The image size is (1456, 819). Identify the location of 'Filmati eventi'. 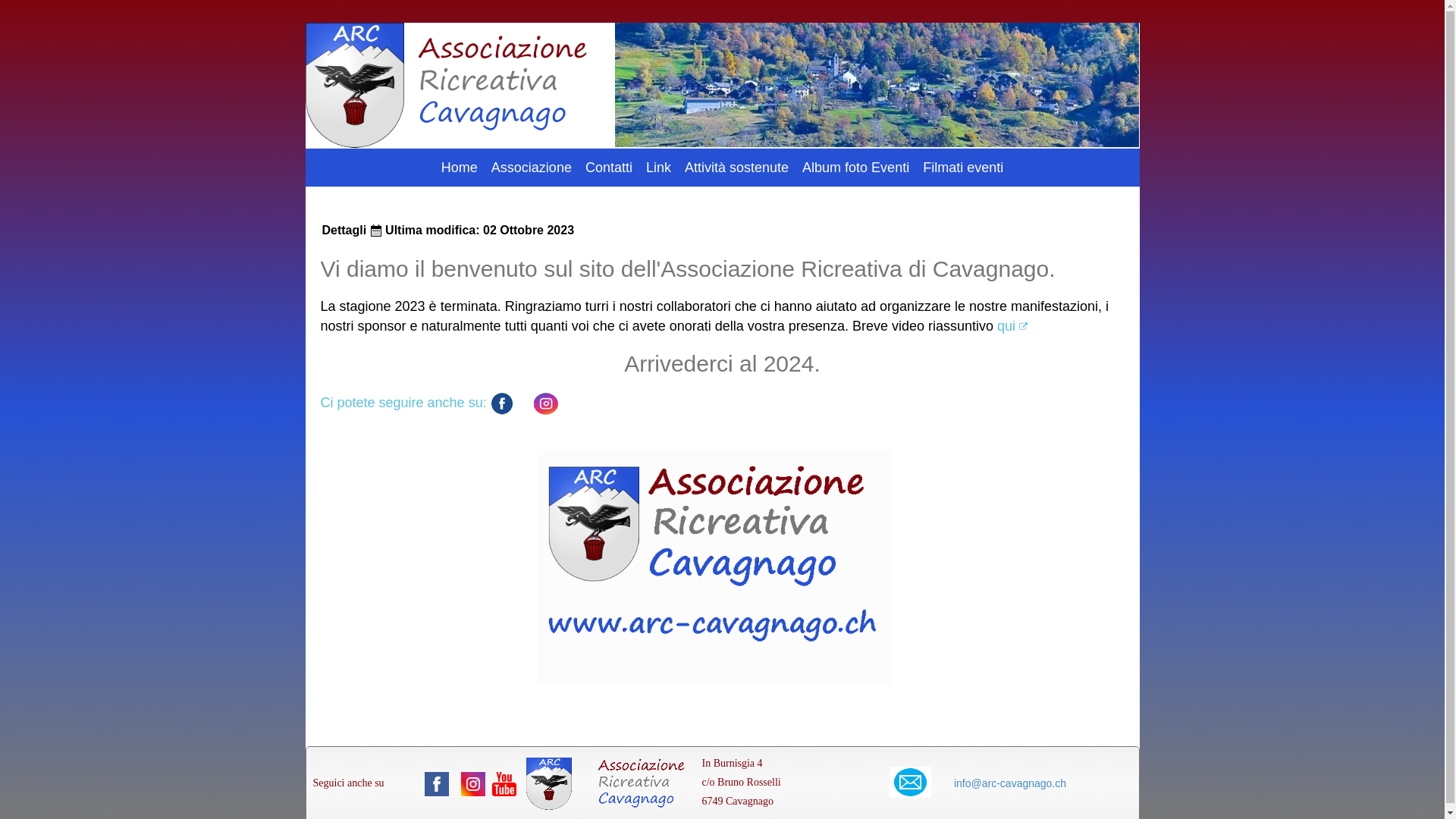
(962, 167).